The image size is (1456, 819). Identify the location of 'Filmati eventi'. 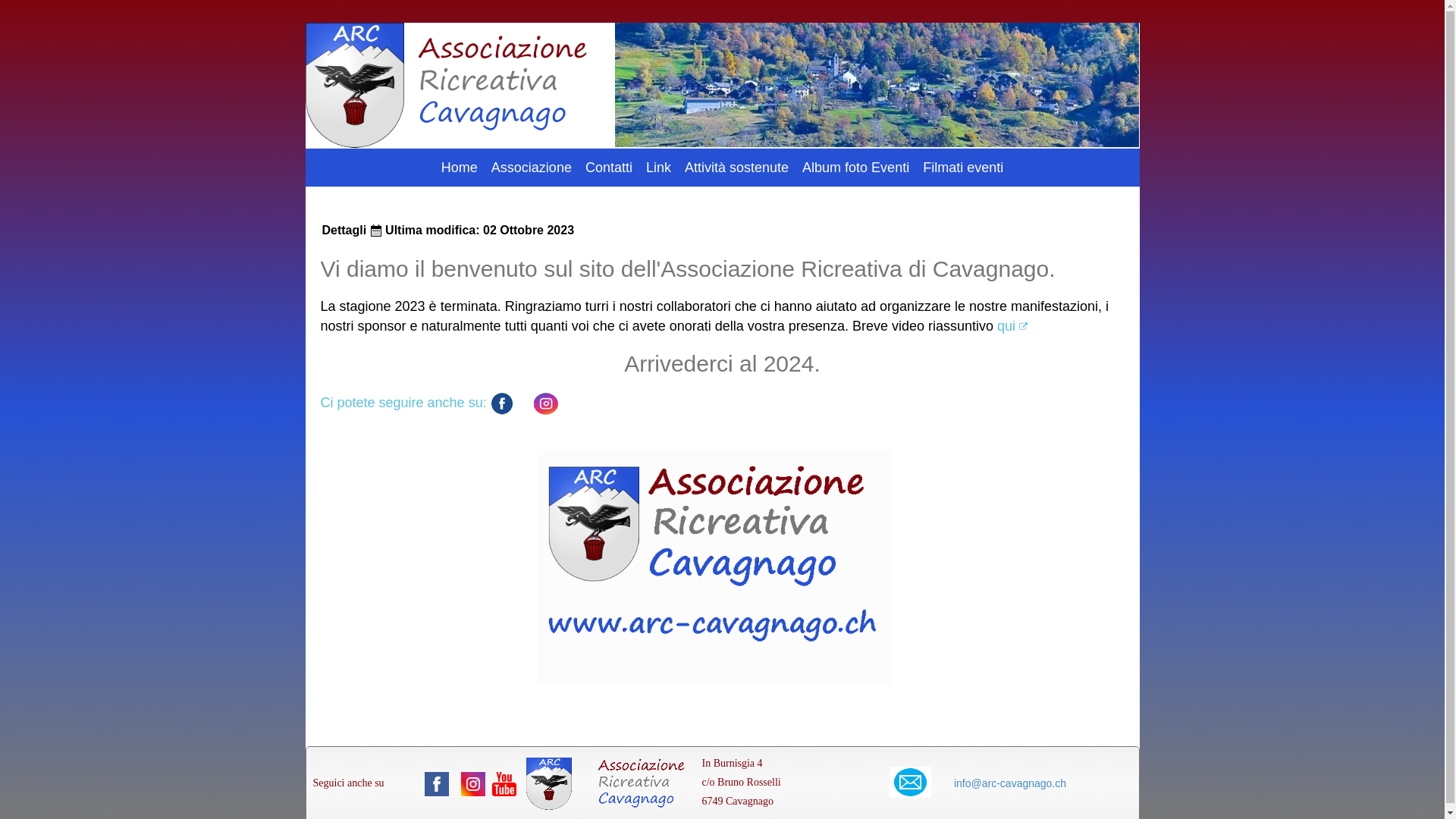
(962, 167).